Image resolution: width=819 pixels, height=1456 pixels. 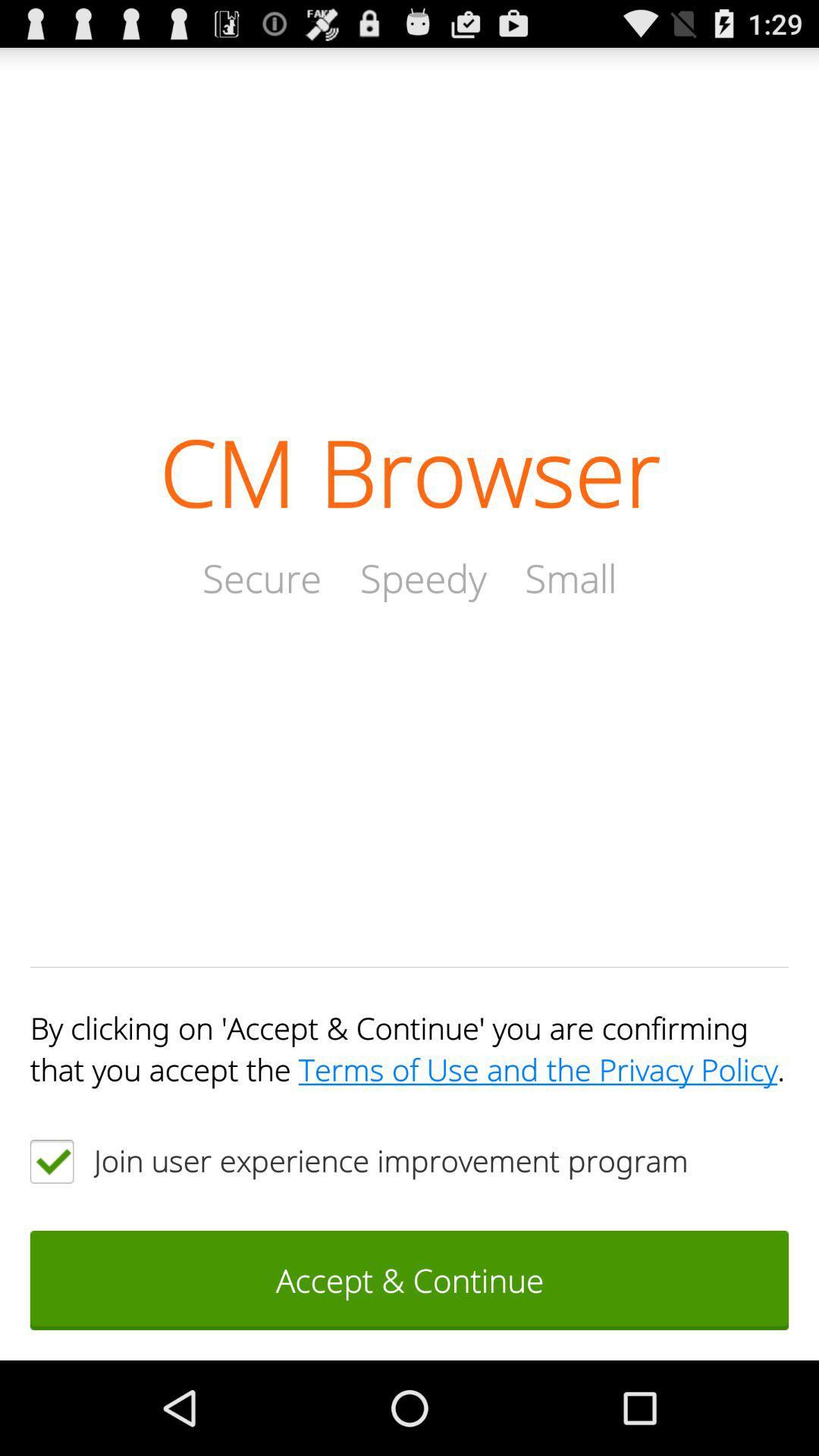 I want to click on by clicking on item, so click(x=409, y=1047).